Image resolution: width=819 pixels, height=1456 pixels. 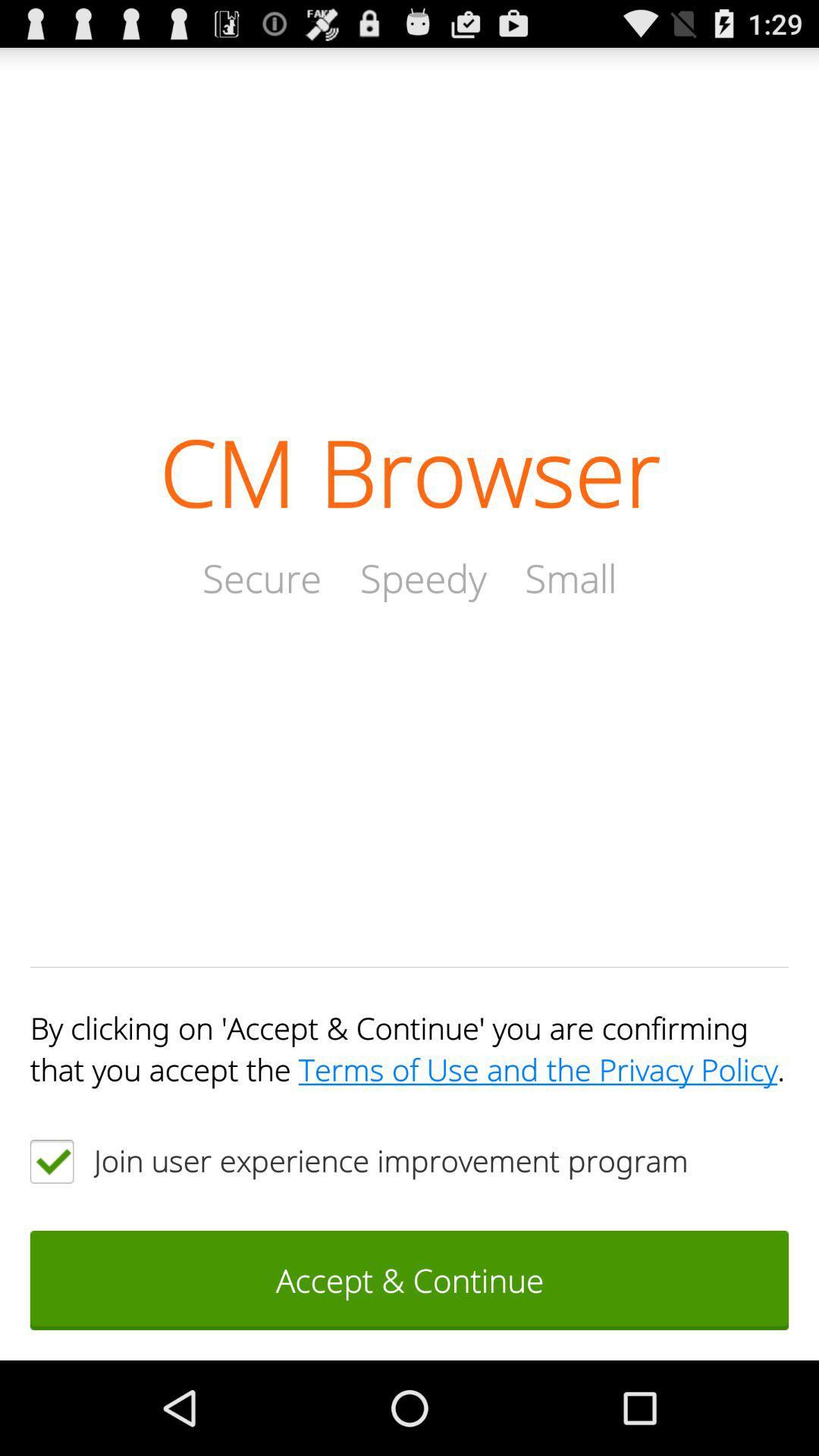 I want to click on by clicking on item, so click(x=409, y=1047).